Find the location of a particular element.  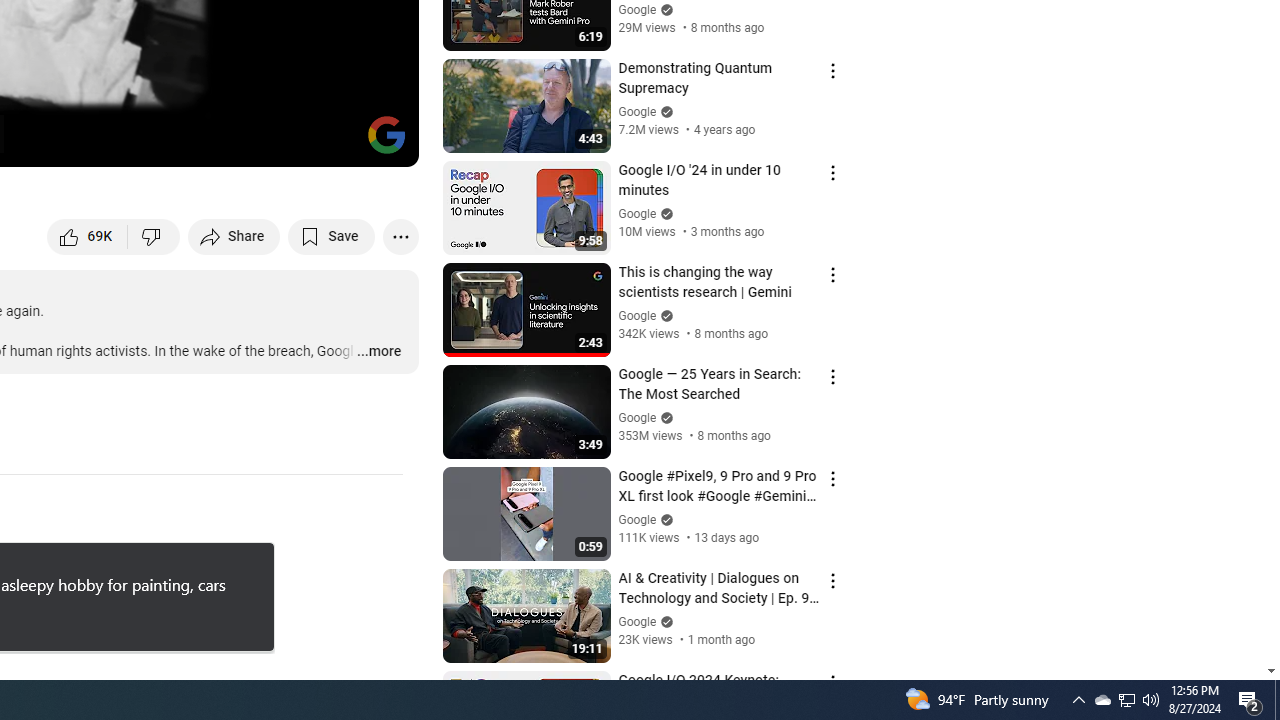

'Dislike this video' is located at coordinates (153, 235).